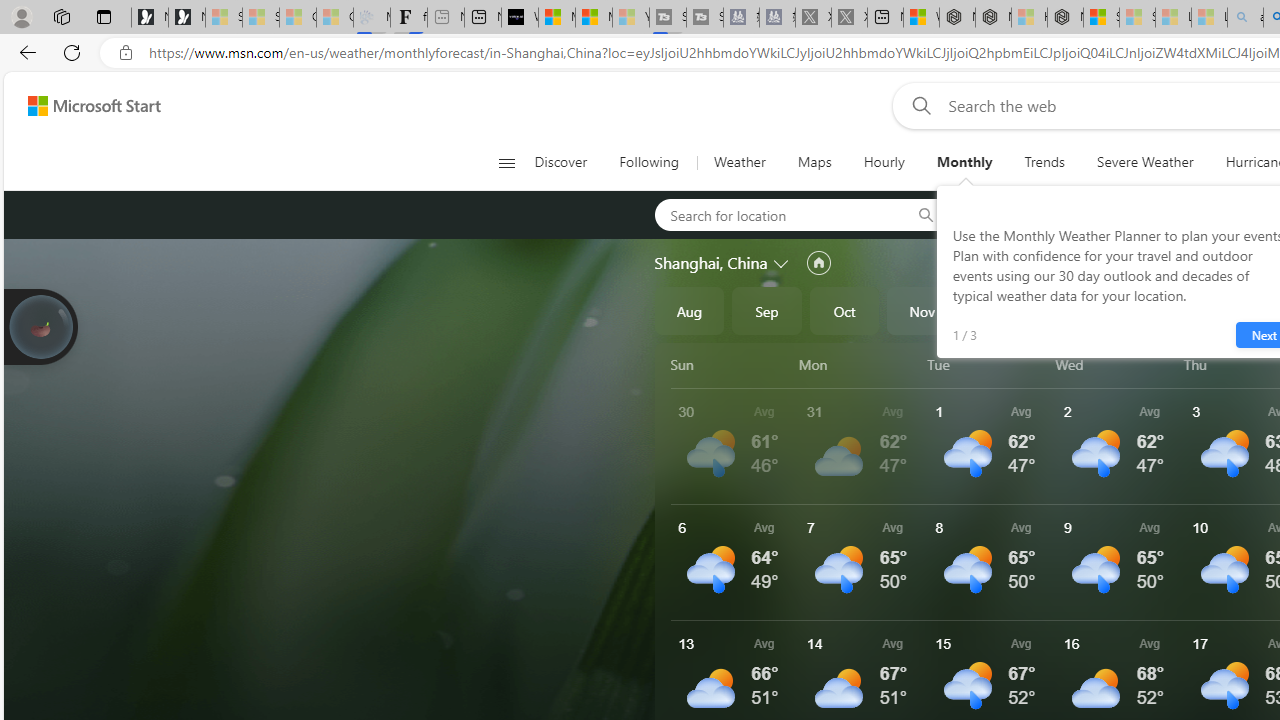  What do you see at coordinates (818, 262) in the screenshot?
I see `'Set as primary location'` at bounding box center [818, 262].